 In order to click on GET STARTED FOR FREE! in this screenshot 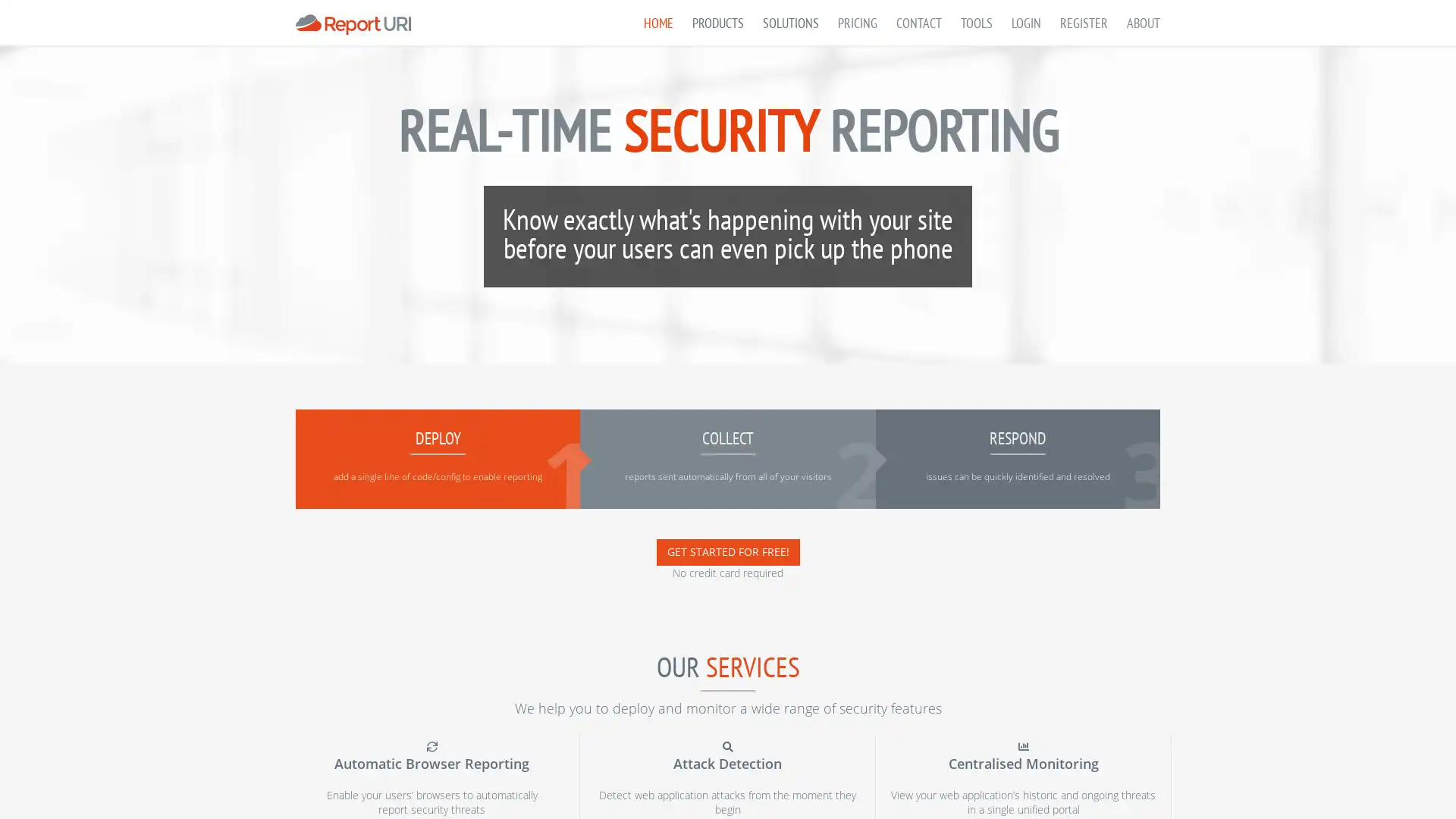, I will do `click(726, 552)`.